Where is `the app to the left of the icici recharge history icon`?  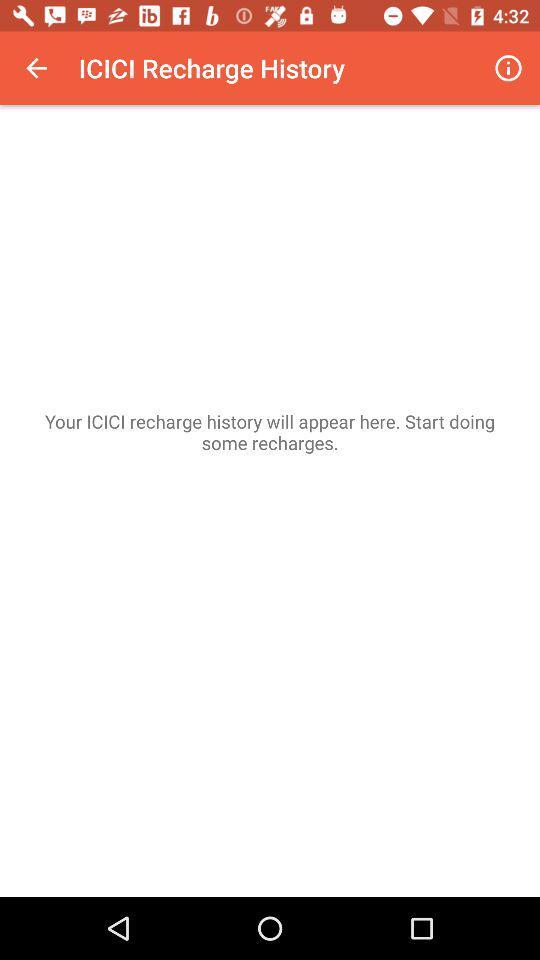
the app to the left of the icici recharge history icon is located at coordinates (36, 68).